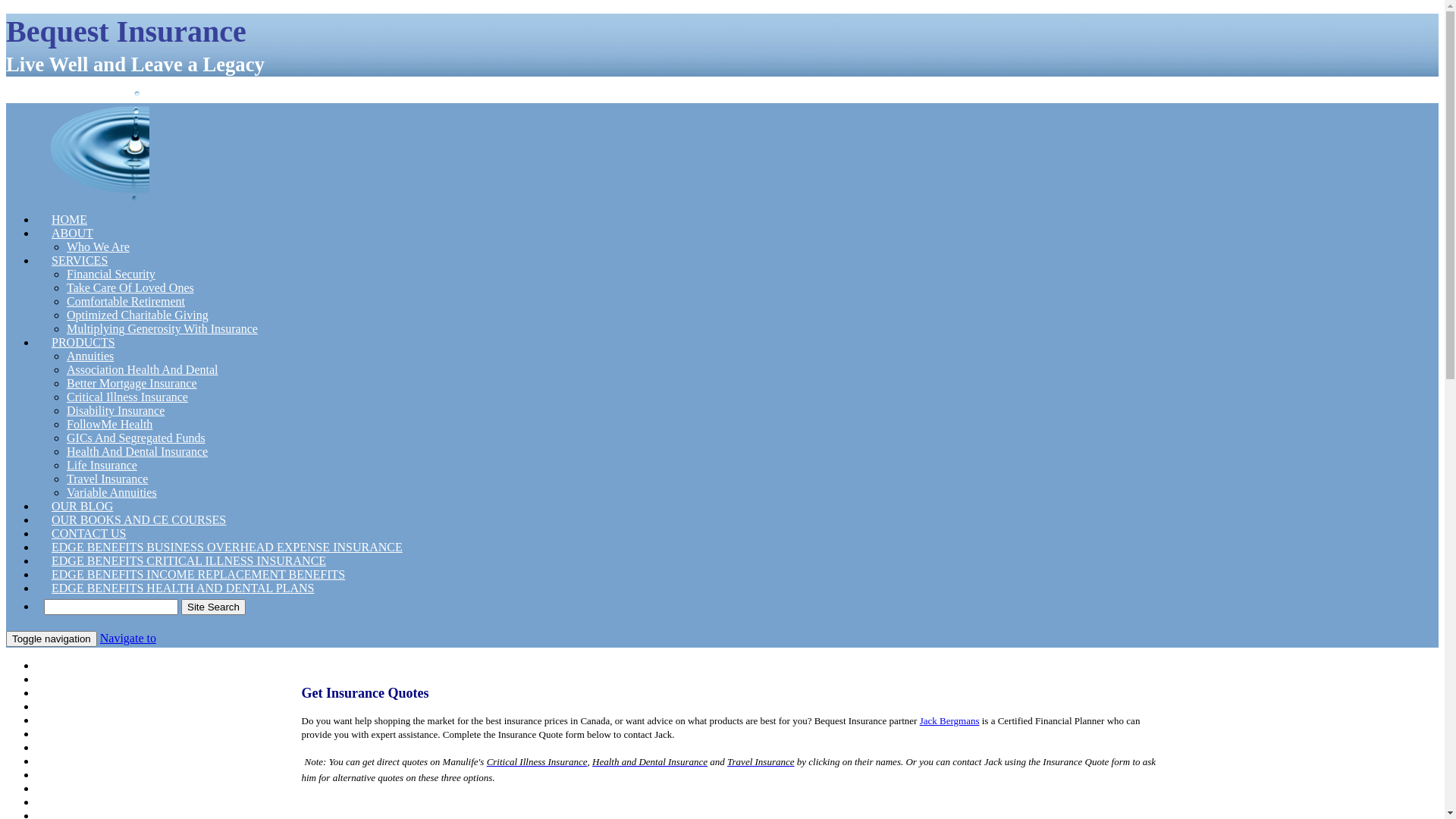  Describe the element at coordinates (108, 424) in the screenshot. I see `'FollowMe Health'` at that location.